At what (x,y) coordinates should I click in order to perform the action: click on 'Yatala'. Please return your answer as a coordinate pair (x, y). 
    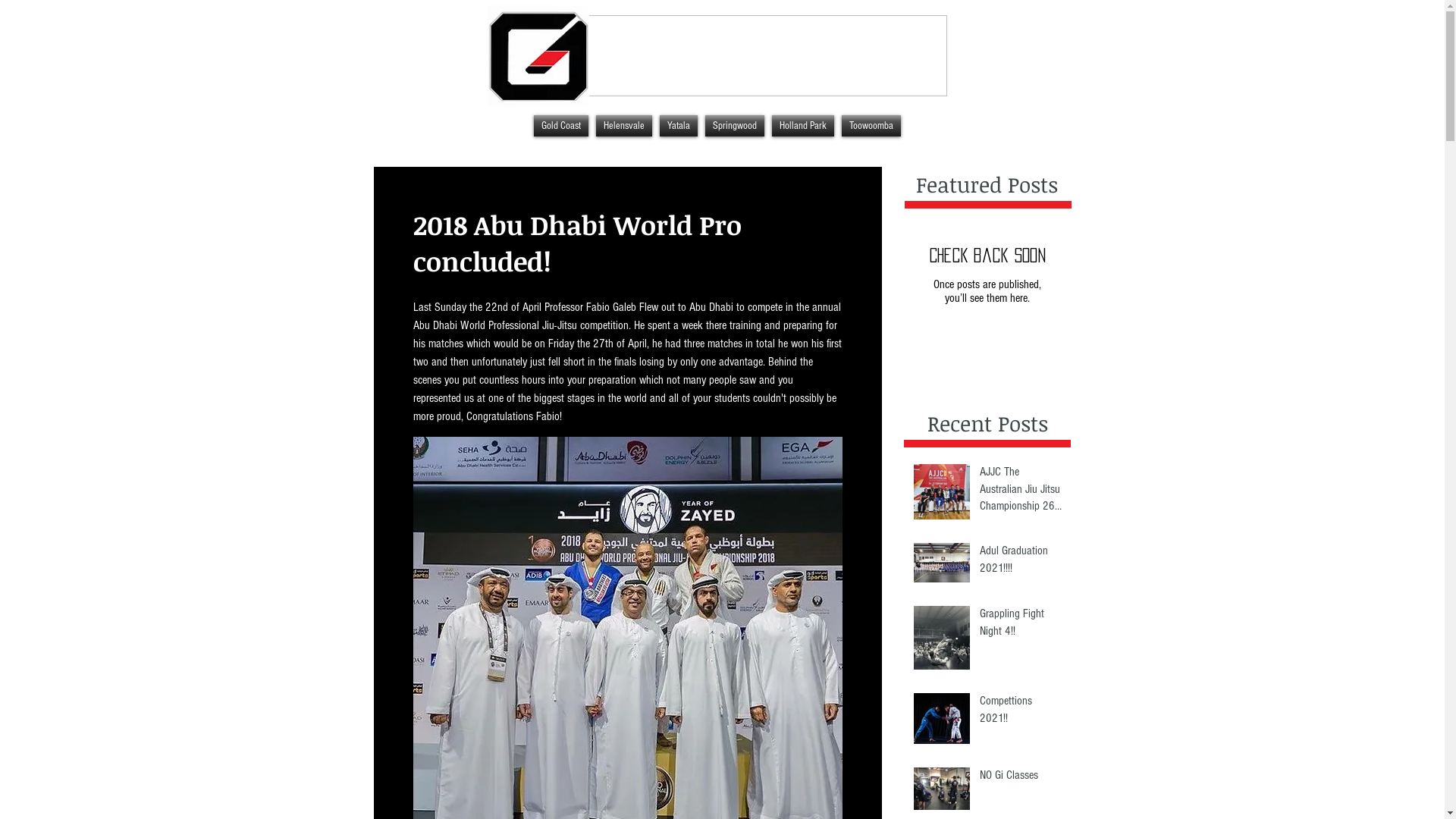
    Looking at the image, I should click on (655, 124).